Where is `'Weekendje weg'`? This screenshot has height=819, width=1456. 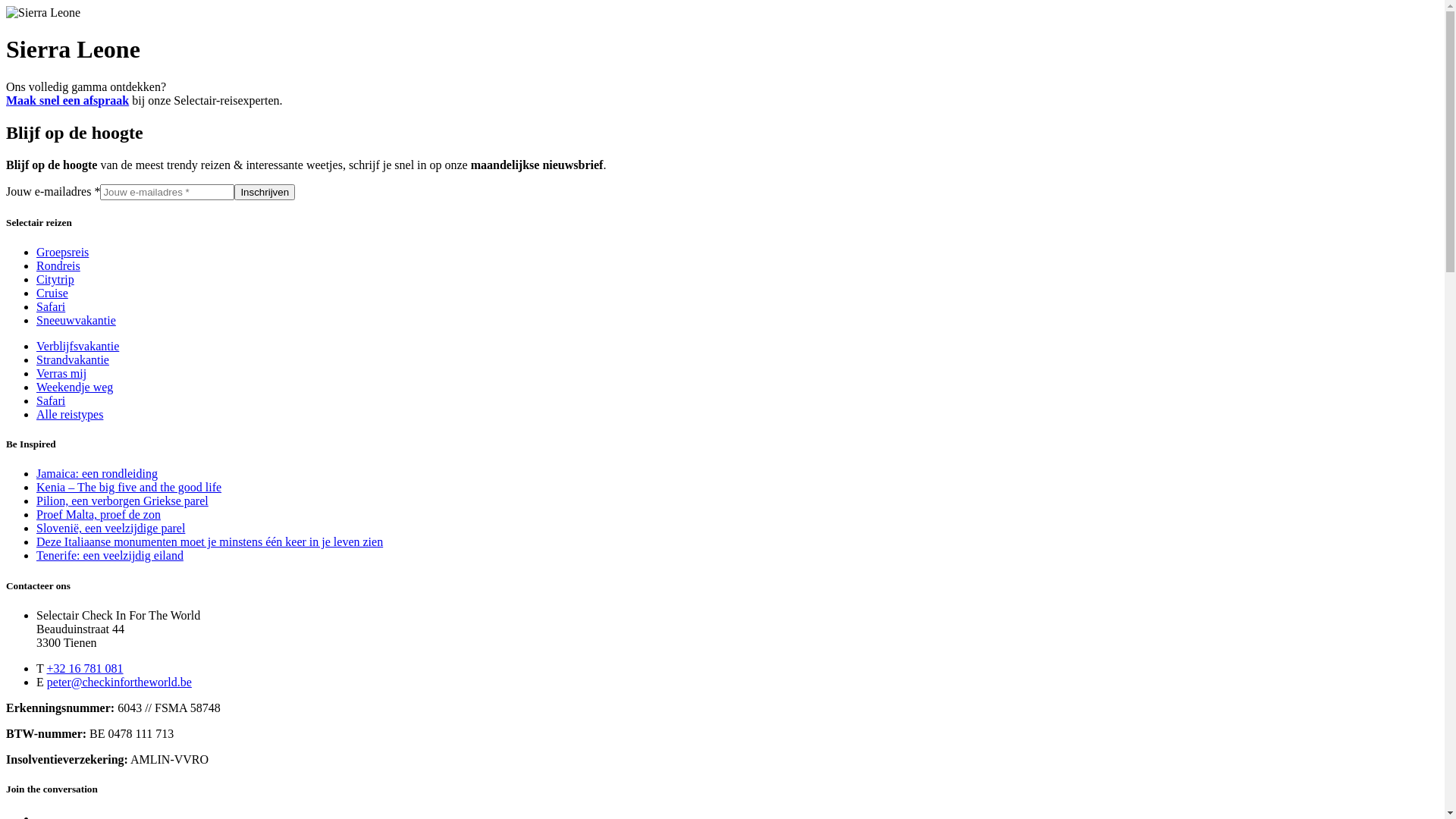
'Weekendje weg' is located at coordinates (74, 386).